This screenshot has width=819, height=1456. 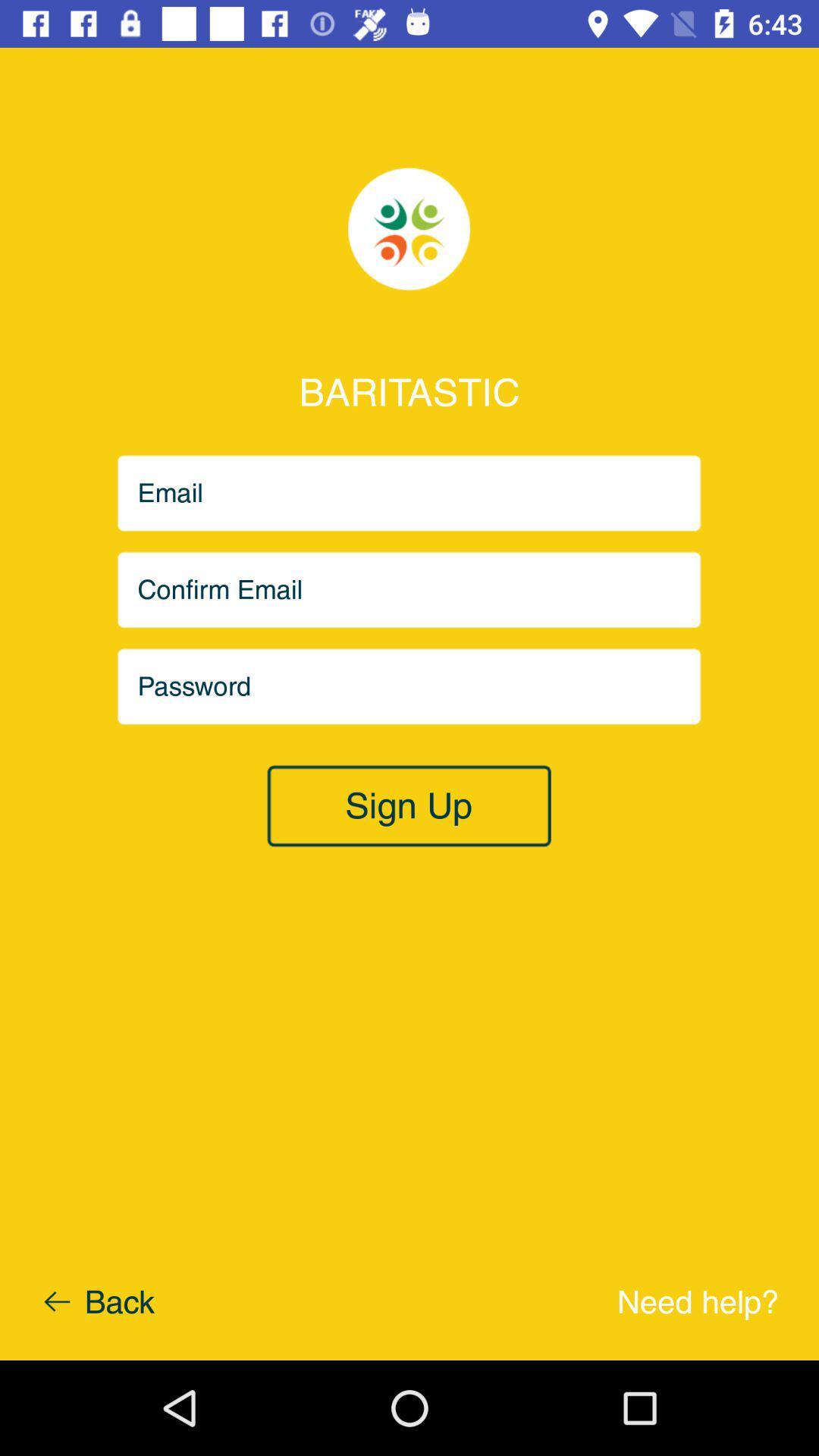 What do you see at coordinates (409, 686) in the screenshot?
I see `text box to enter password` at bounding box center [409, 686].